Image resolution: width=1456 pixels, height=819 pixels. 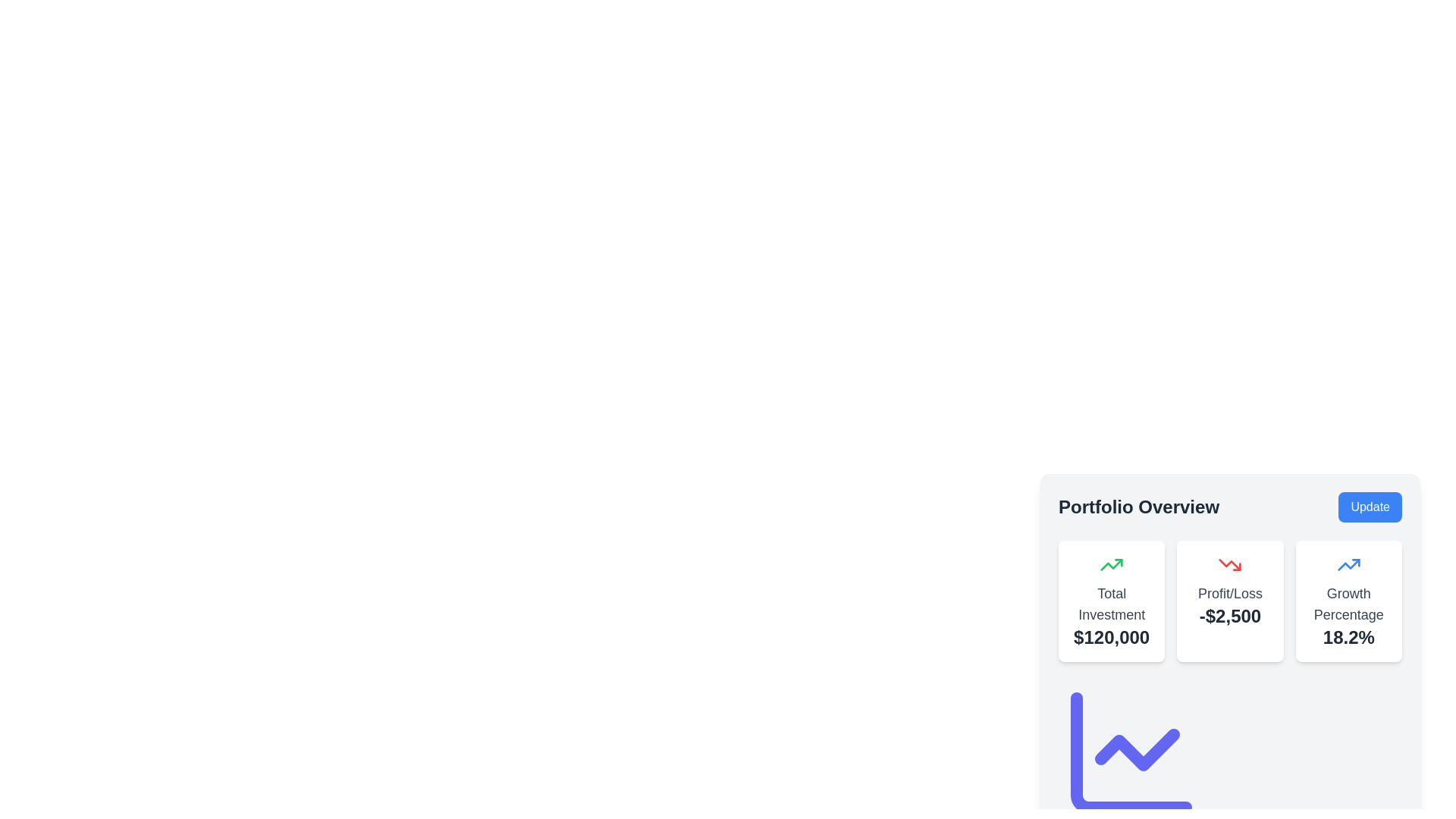 I want to click on the growth icon located in the upper-left corner of the 'Growth Percentage' card, positioned above the text 'Growth Percentage' and '18.2%', so click(x=1348, y=564).